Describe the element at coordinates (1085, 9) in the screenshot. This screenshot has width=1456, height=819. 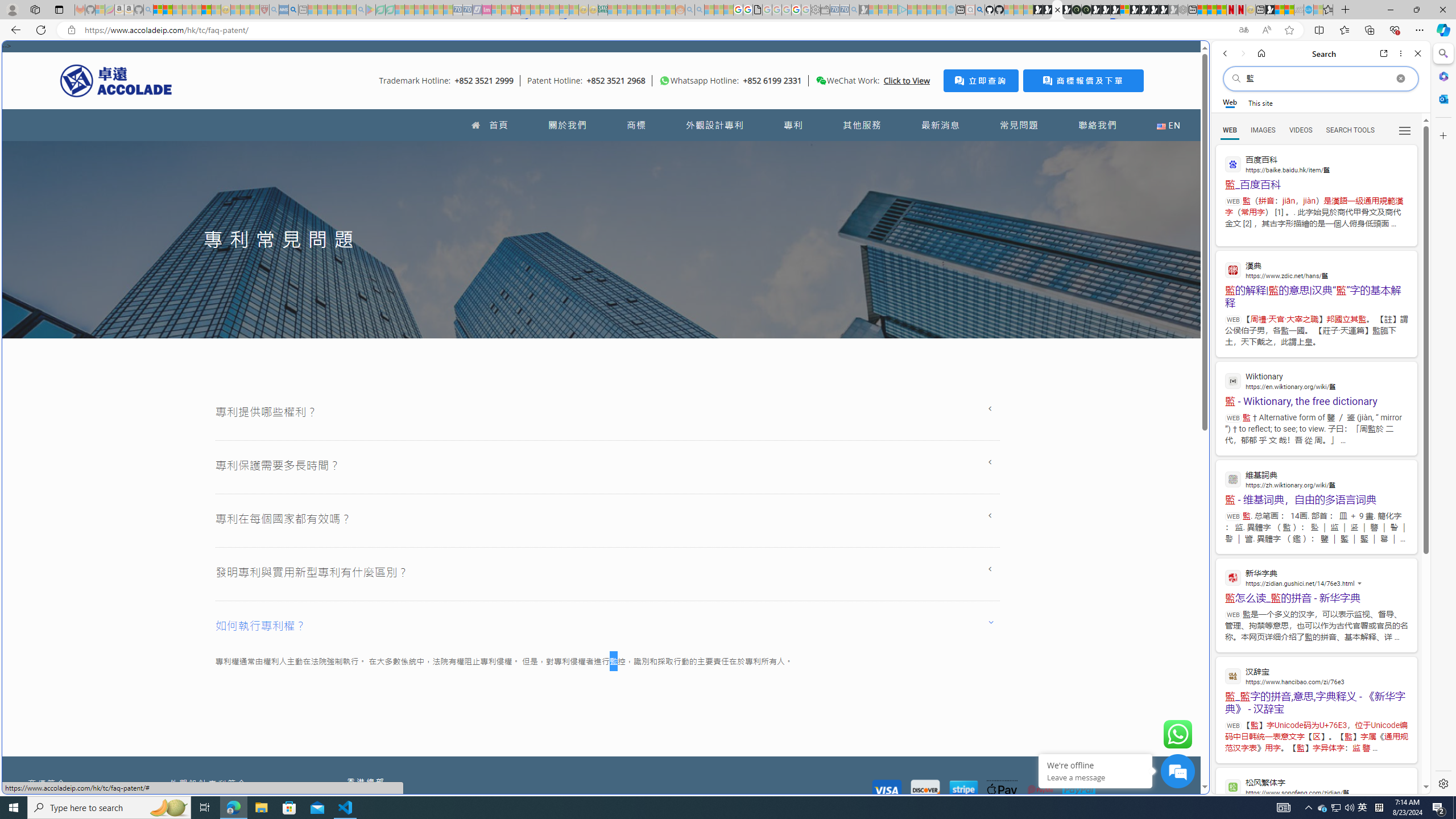
I see `'Future Focus Report 2024'` at that location.